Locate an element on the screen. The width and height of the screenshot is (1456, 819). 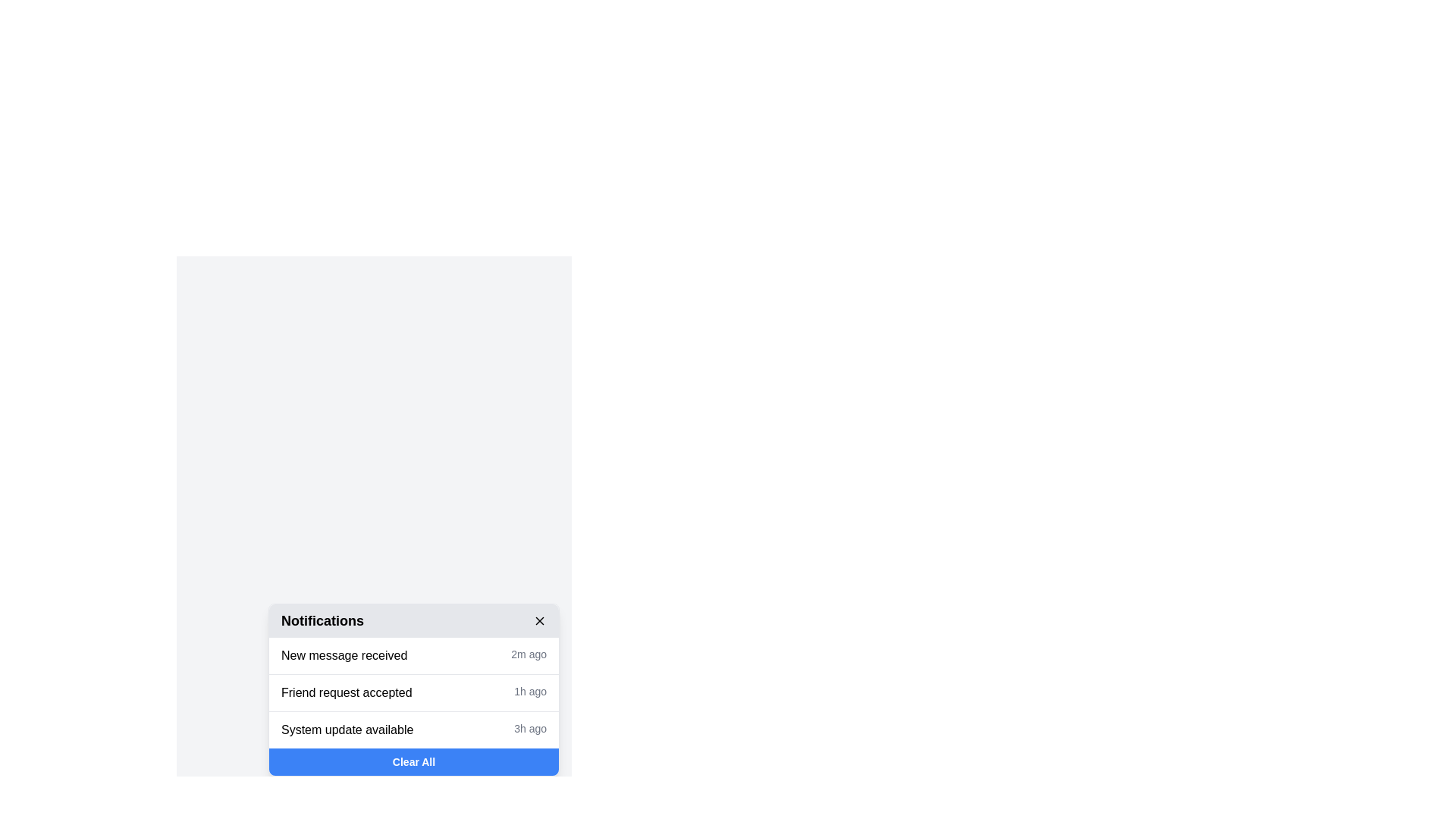
the static text label that indicates the notifications section in the header of the notification panel is located at coordinates (322, 620).